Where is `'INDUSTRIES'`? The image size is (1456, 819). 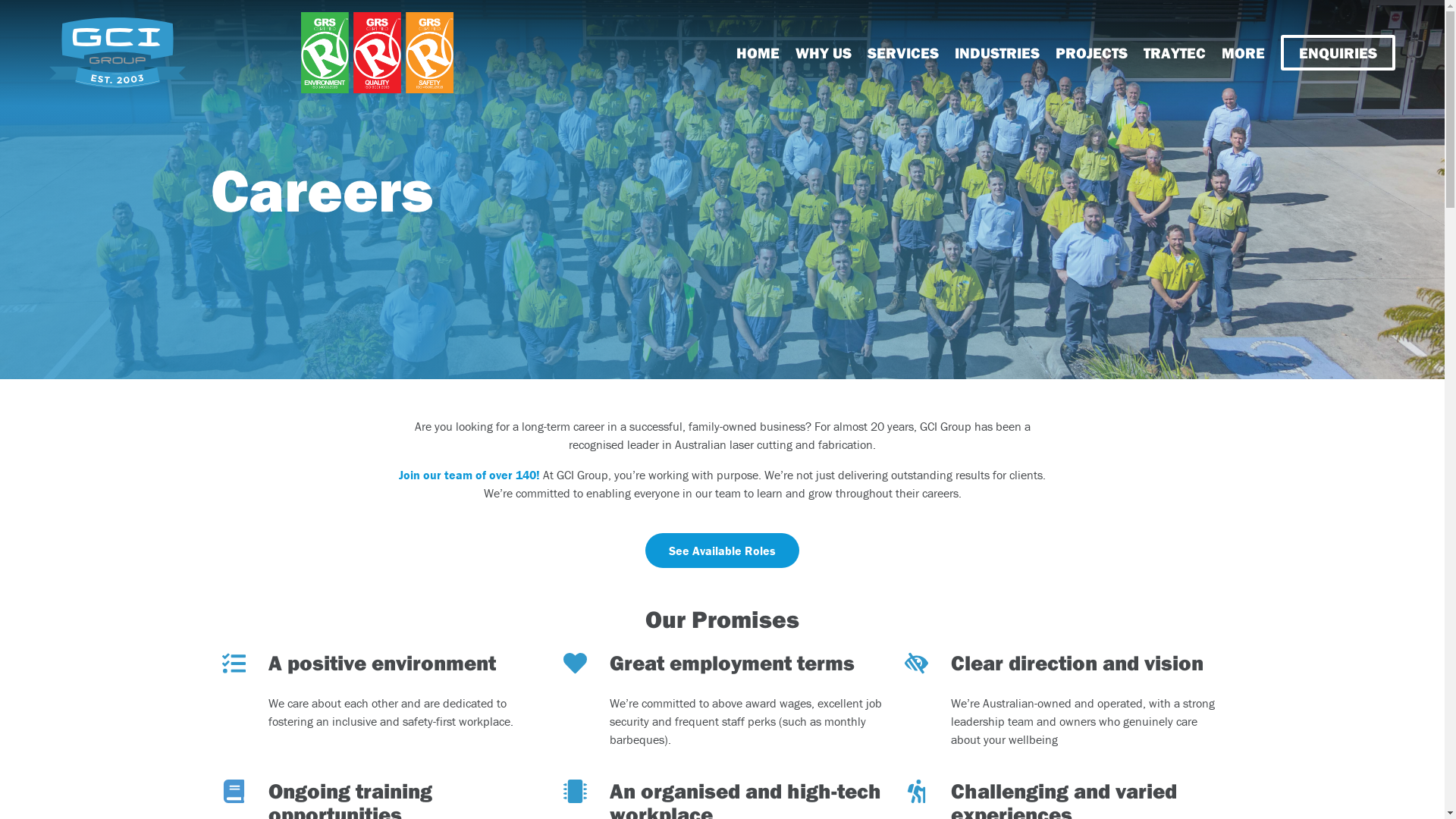 'INDUSTRIES' is located at coordinates (997, 52).